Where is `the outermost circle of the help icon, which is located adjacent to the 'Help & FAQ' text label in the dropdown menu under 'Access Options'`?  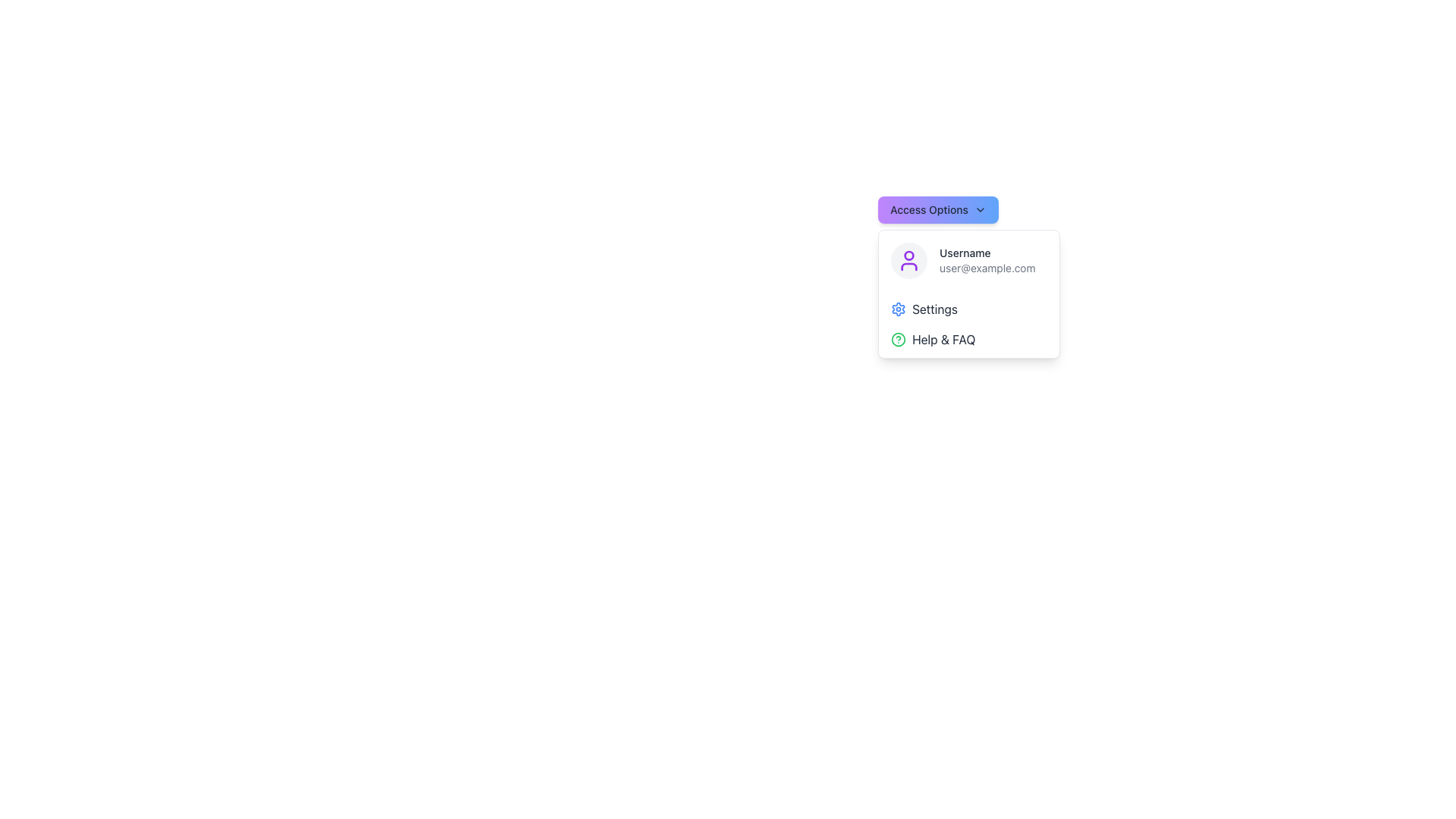 the outermost circle of the help icon, which is located adjacent to the 'Help & FAQ' text label in the dropdown menu under 'Access Options' is located at coordinates (899, 338).